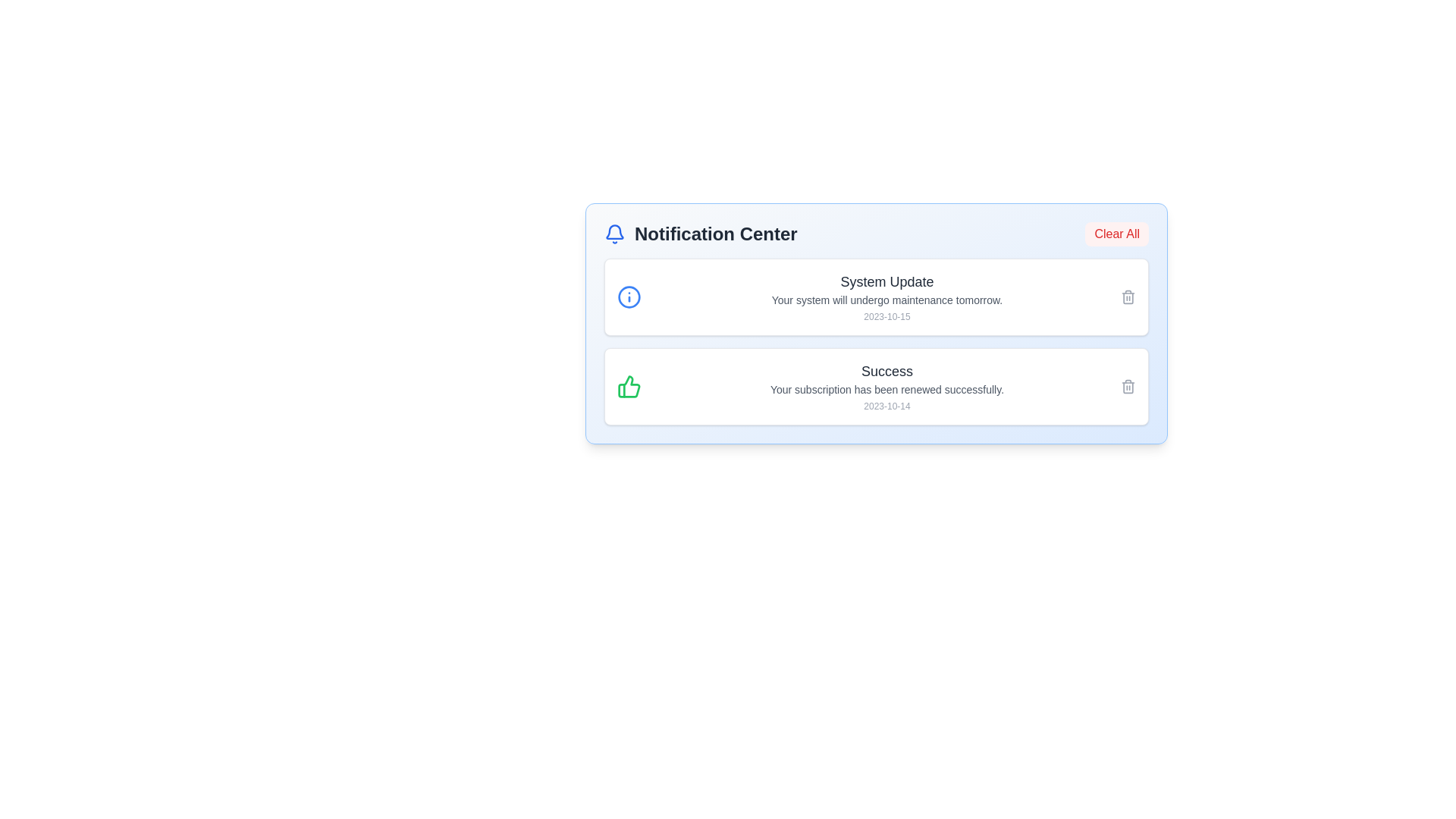 The height and width of the screenshot is (819, 1456). I want to click on the small, gray-colored text displaying the date '2023-10-15', which is located below the notification description 'Your system will undergo maintenance tomorrow.', so click(887, 315).